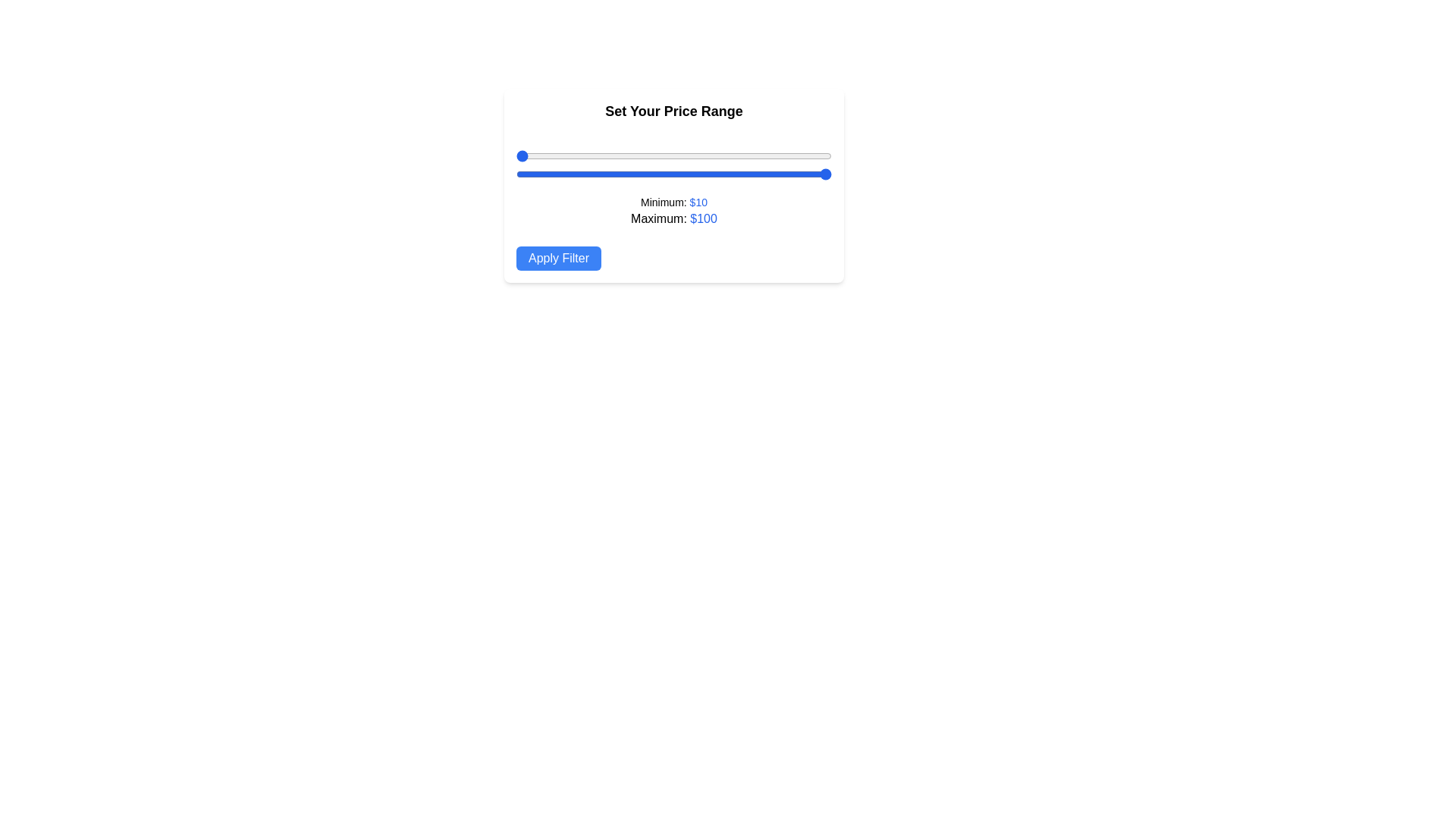  What do you see at coordinates (691, 155) in the screenshot?
I see `the slider position` at bounding box center [691, 155].